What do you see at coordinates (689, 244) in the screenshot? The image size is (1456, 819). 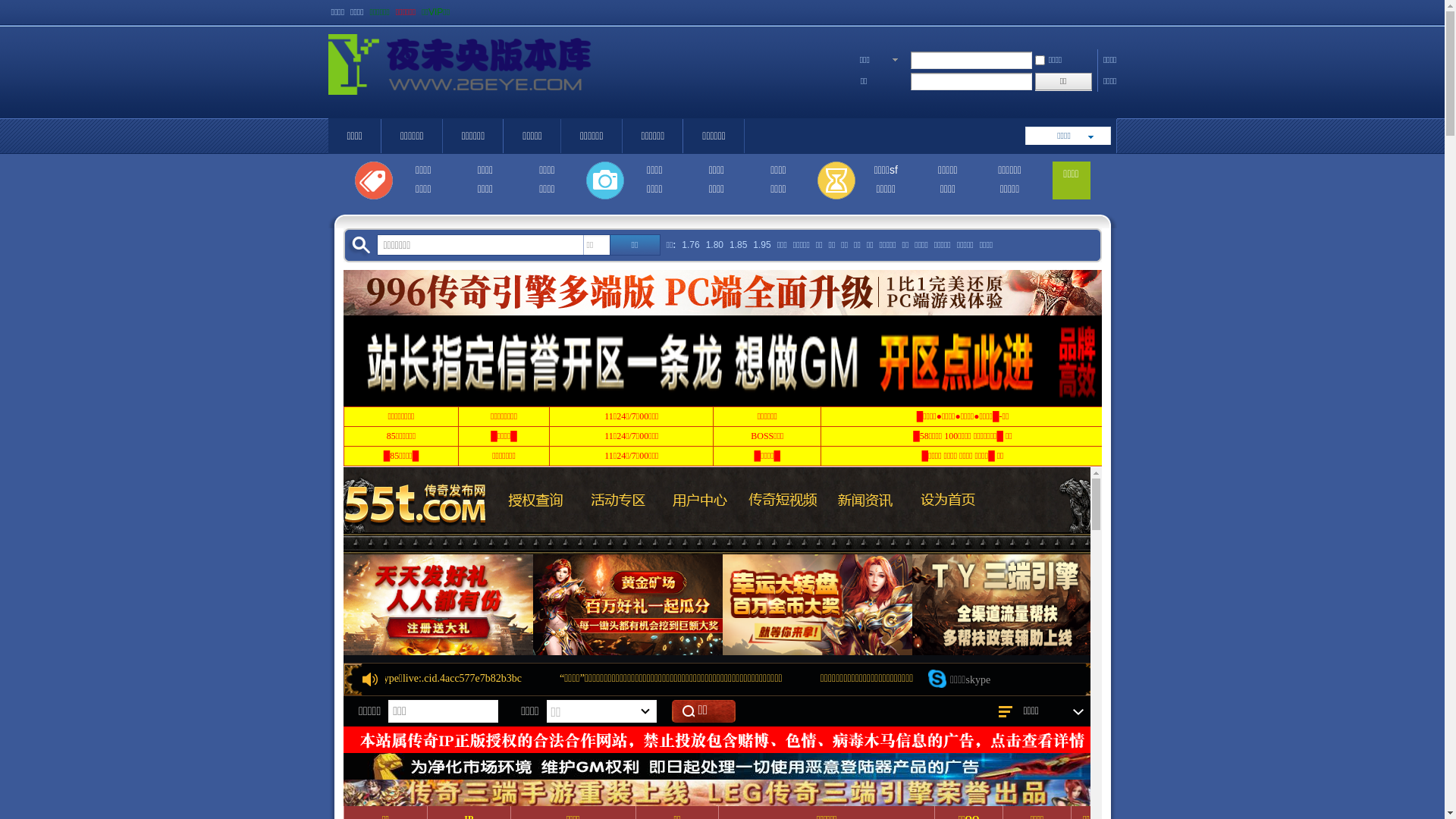 I see `'1.76'` at bounding box center [689, 244].